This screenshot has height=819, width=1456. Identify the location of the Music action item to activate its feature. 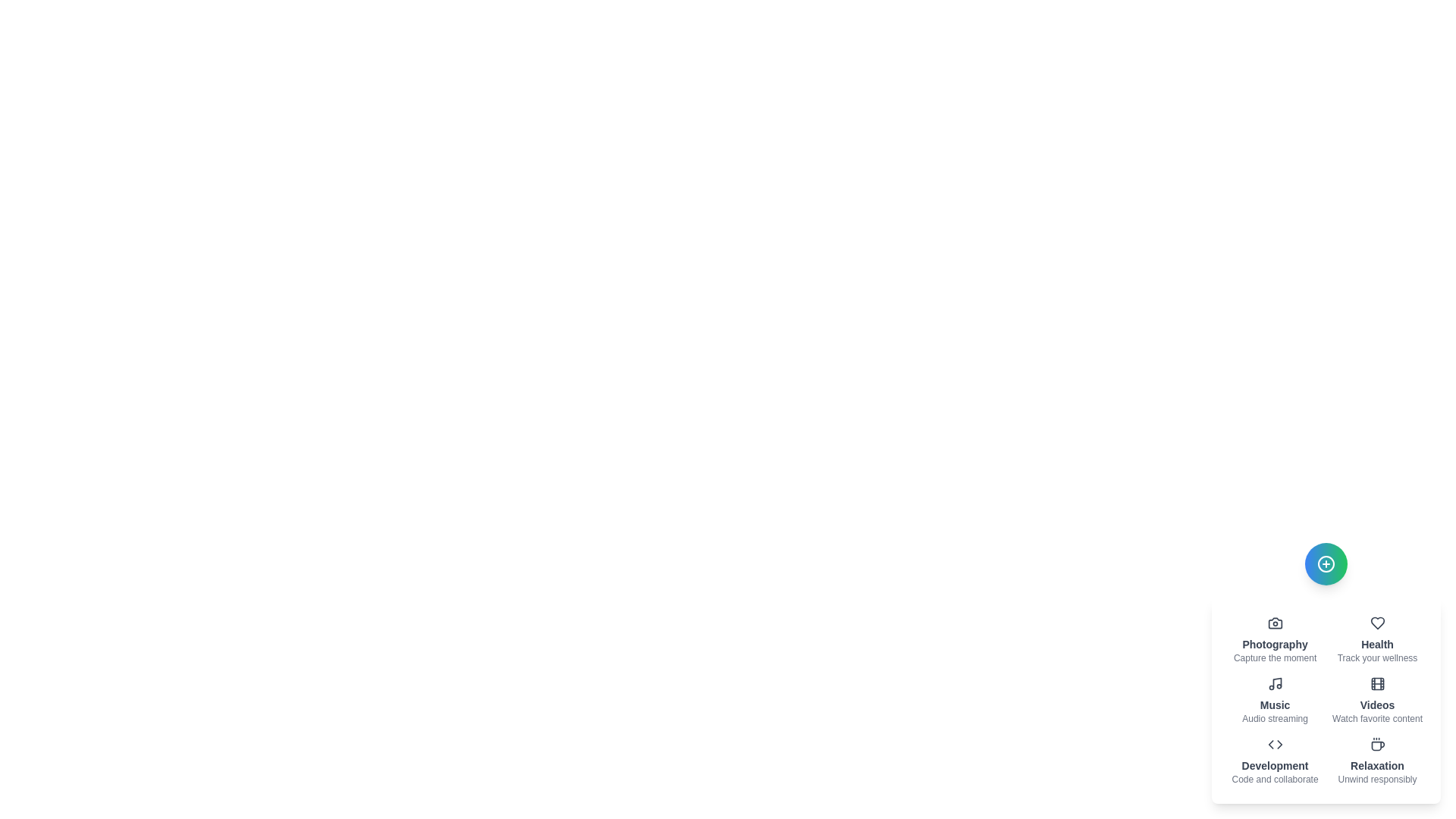
(1274, 701).